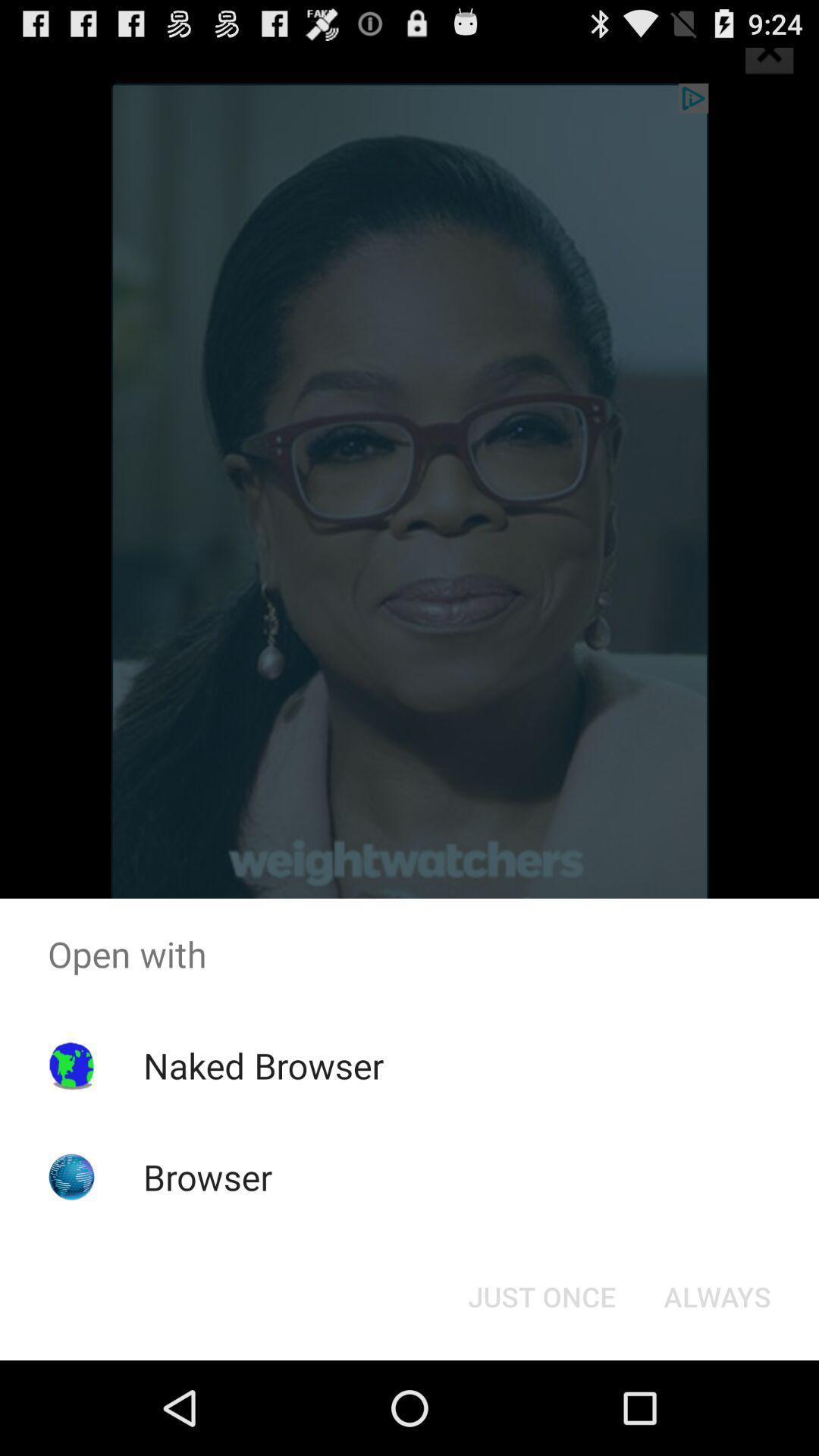 Image resolution: width=819 pixels, height=1456 pixels. Describe the element at coordinates (262, 1065) in the screenshot. I see `the naked browser` at that location.